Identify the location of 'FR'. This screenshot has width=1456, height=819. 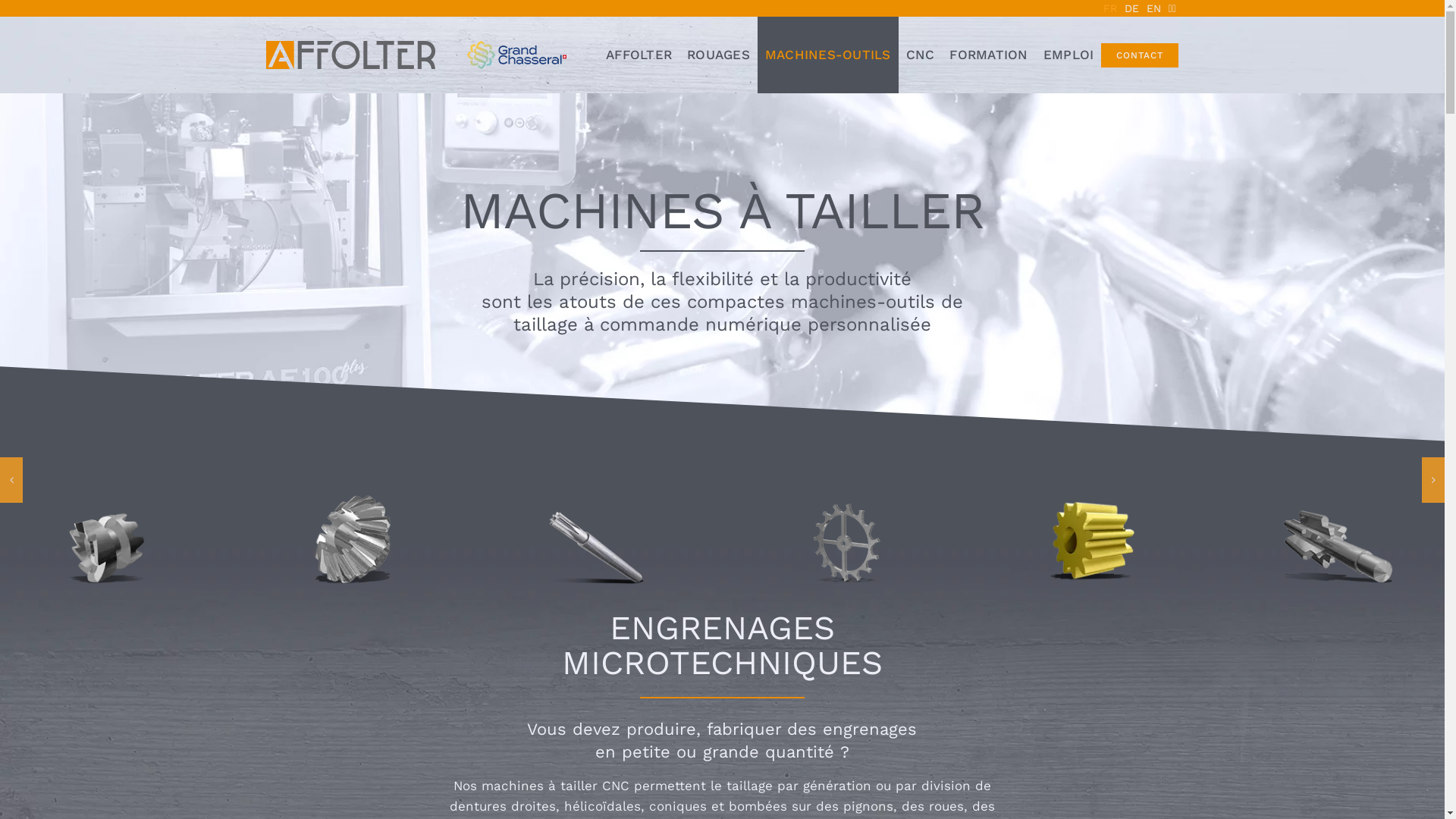
(1110, 8).